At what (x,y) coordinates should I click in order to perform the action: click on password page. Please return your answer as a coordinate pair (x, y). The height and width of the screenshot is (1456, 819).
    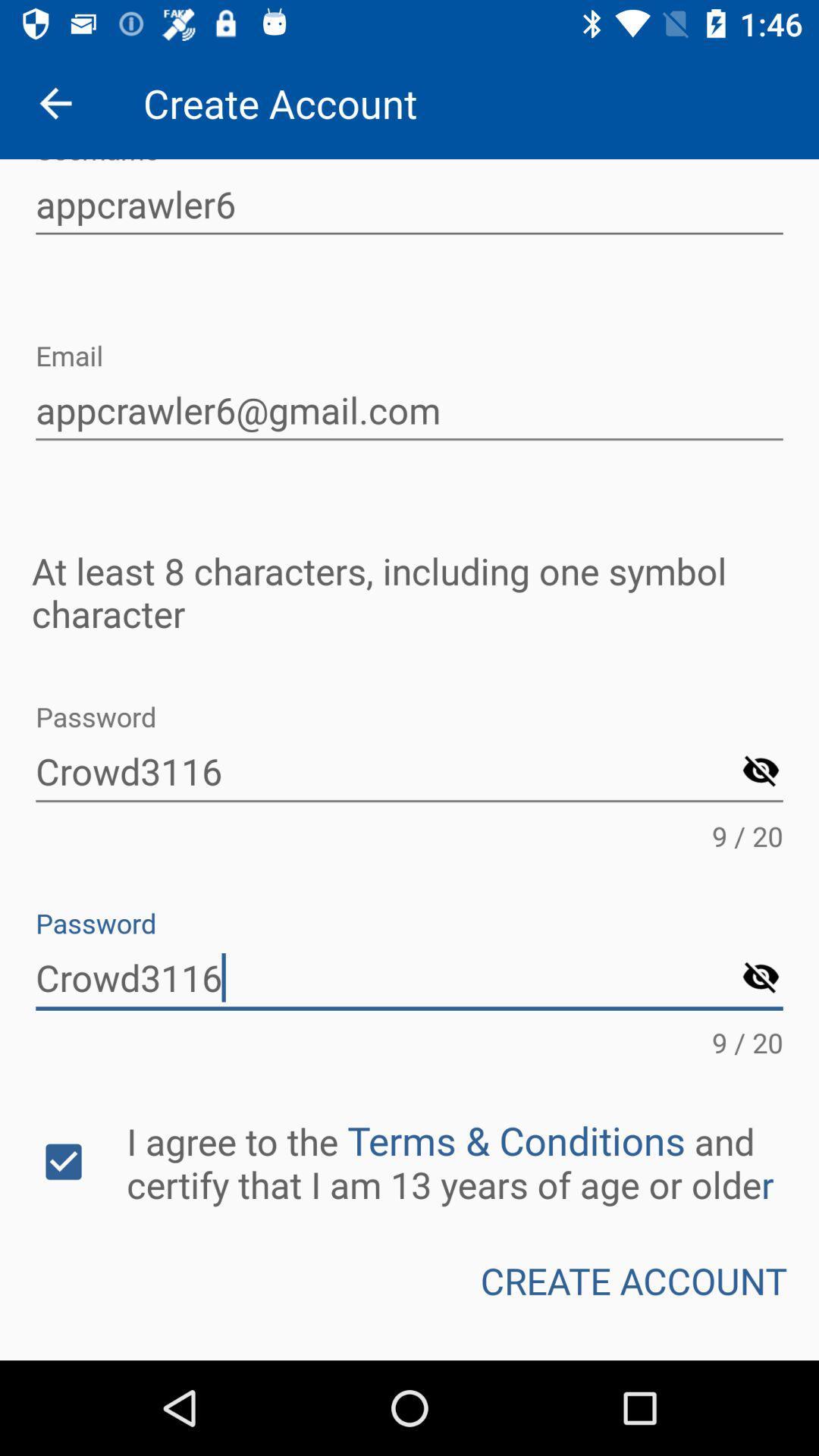
    Looking at the image, I should click on (761, 772).